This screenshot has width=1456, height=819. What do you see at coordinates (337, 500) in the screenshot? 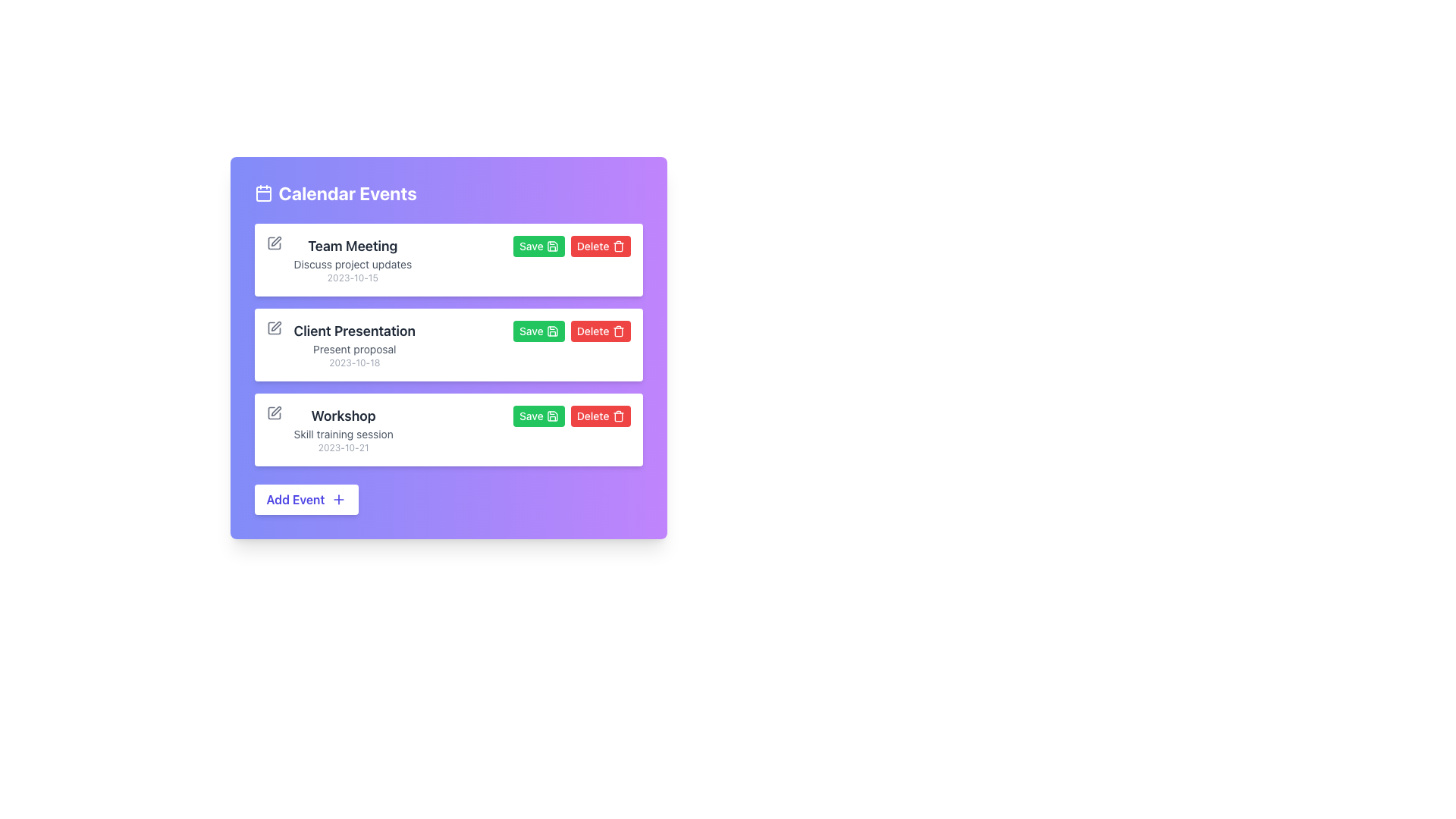
I see `the plus sign icon within the 'Add Event' button, which is located at the bottom left of the interface` at bounding box center [337, 500].